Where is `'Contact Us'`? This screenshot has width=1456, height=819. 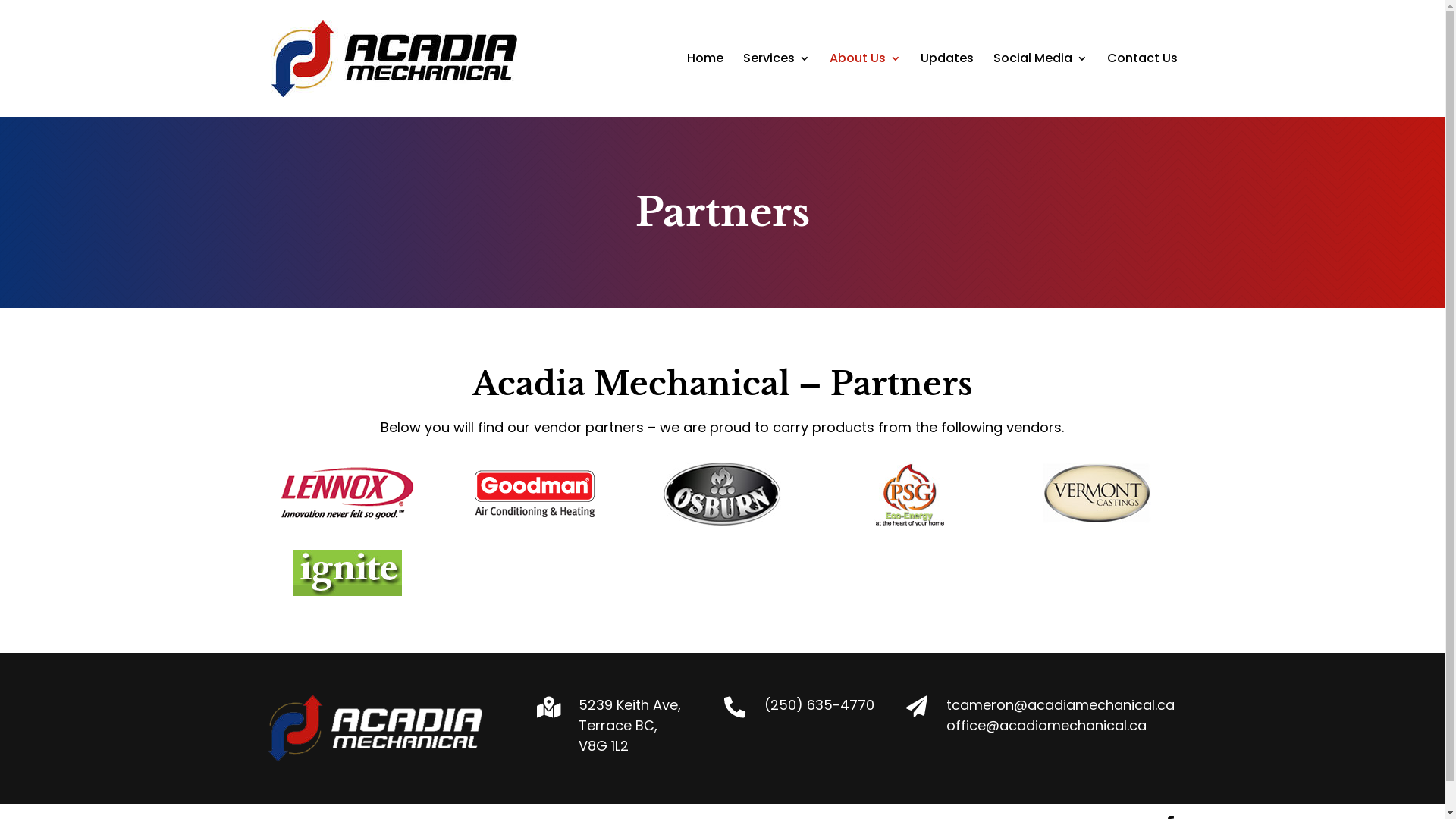 'Contact Us' is located at coordinates (1142, 84).